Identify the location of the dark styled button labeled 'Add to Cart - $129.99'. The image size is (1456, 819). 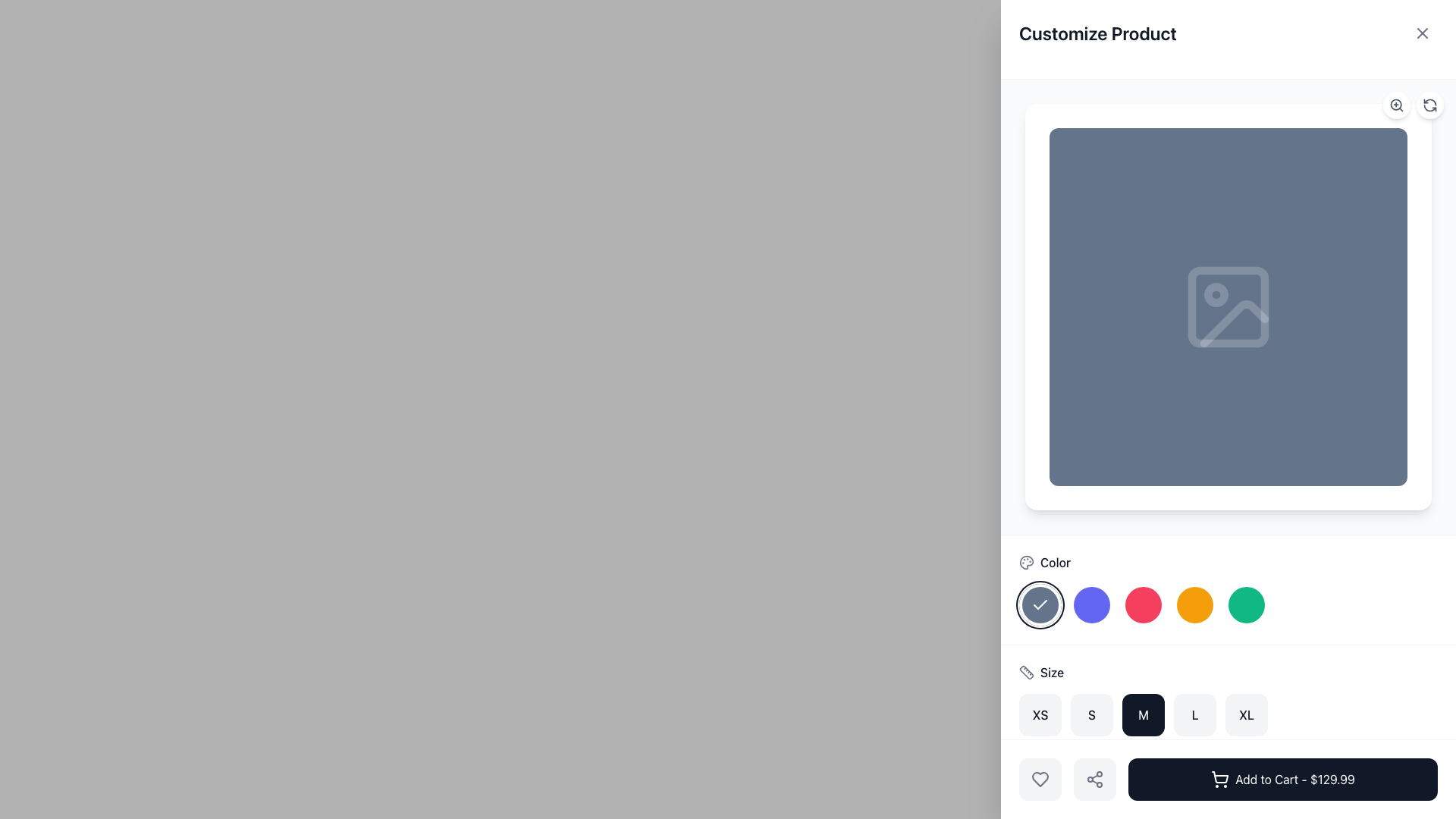
(1228, 780).